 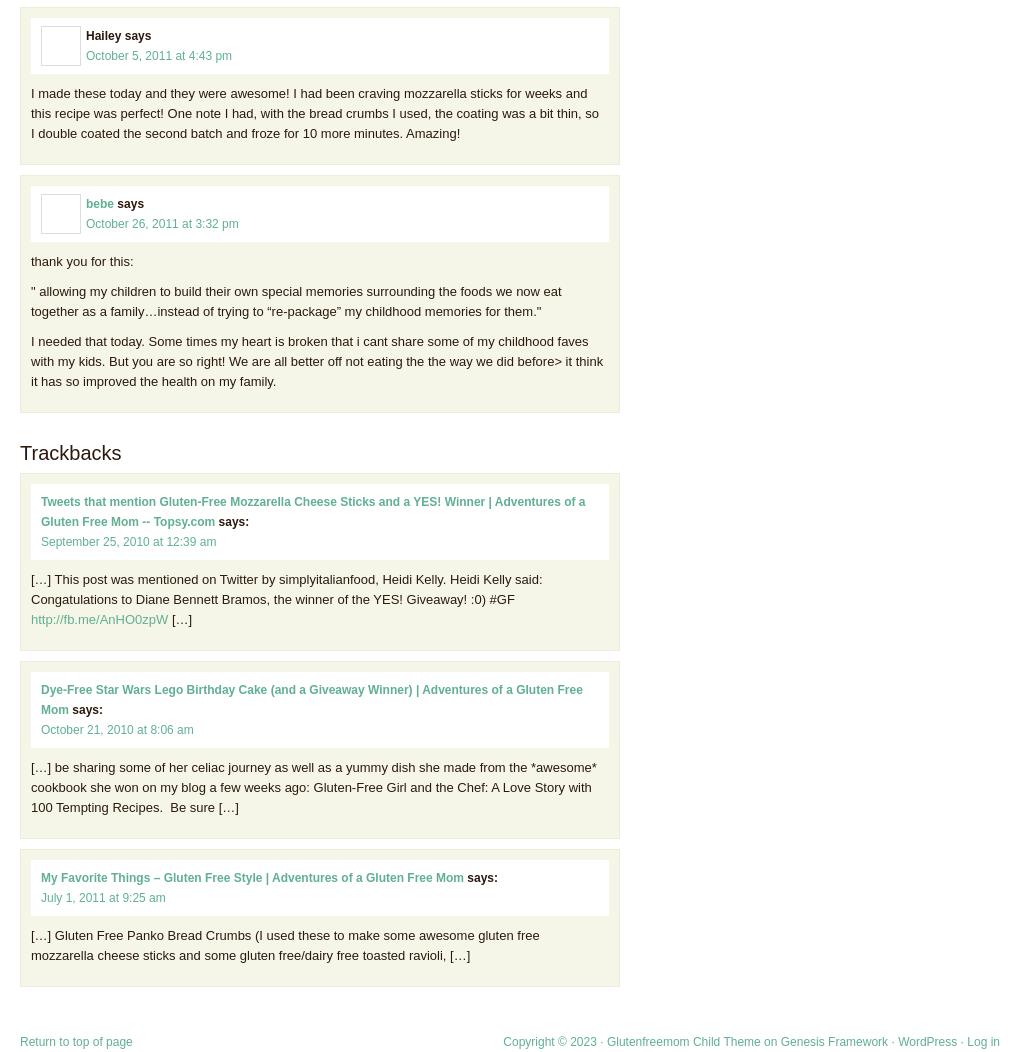 What do you see at coordinates (159, 54) in the screenshot?
I see `'October 5, 2011 at 4:43 pm'` at bounding box center [159, 54].